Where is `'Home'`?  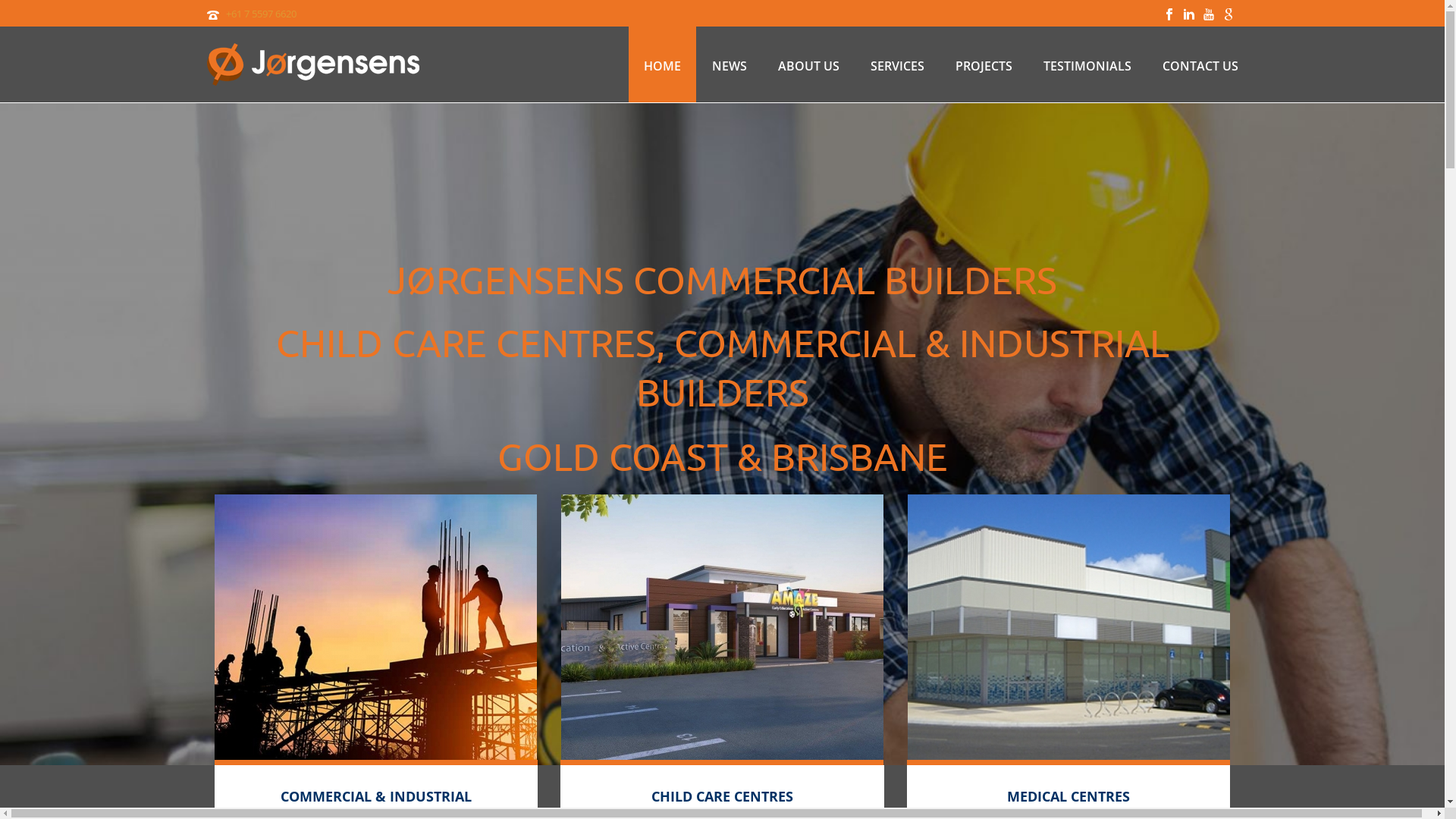
'Home' is located at coordinates (721, 626).